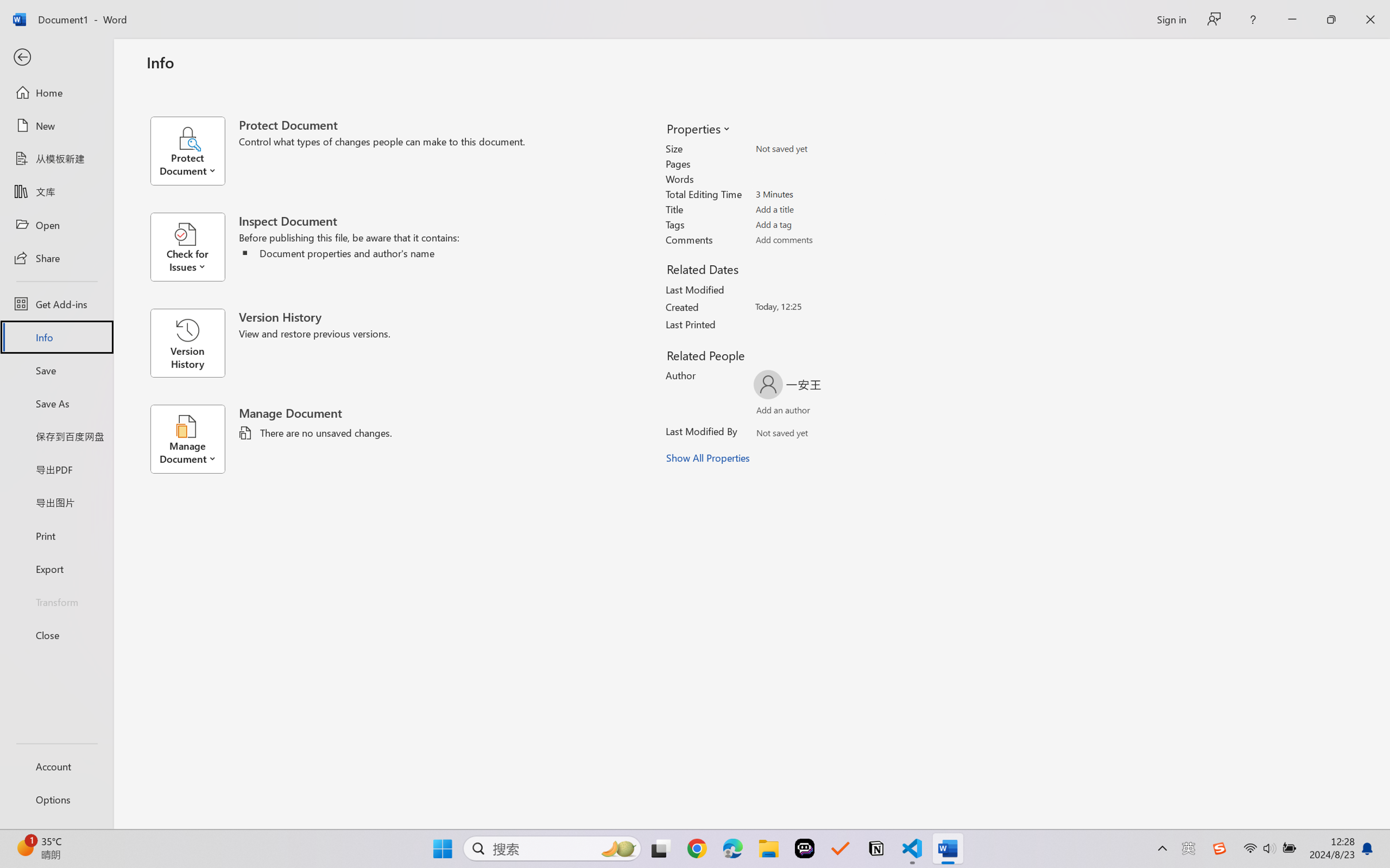 Image resolution: width=1390 pixels, height=868 pixels. I want to click on 'Add an author', so click(772, 412).